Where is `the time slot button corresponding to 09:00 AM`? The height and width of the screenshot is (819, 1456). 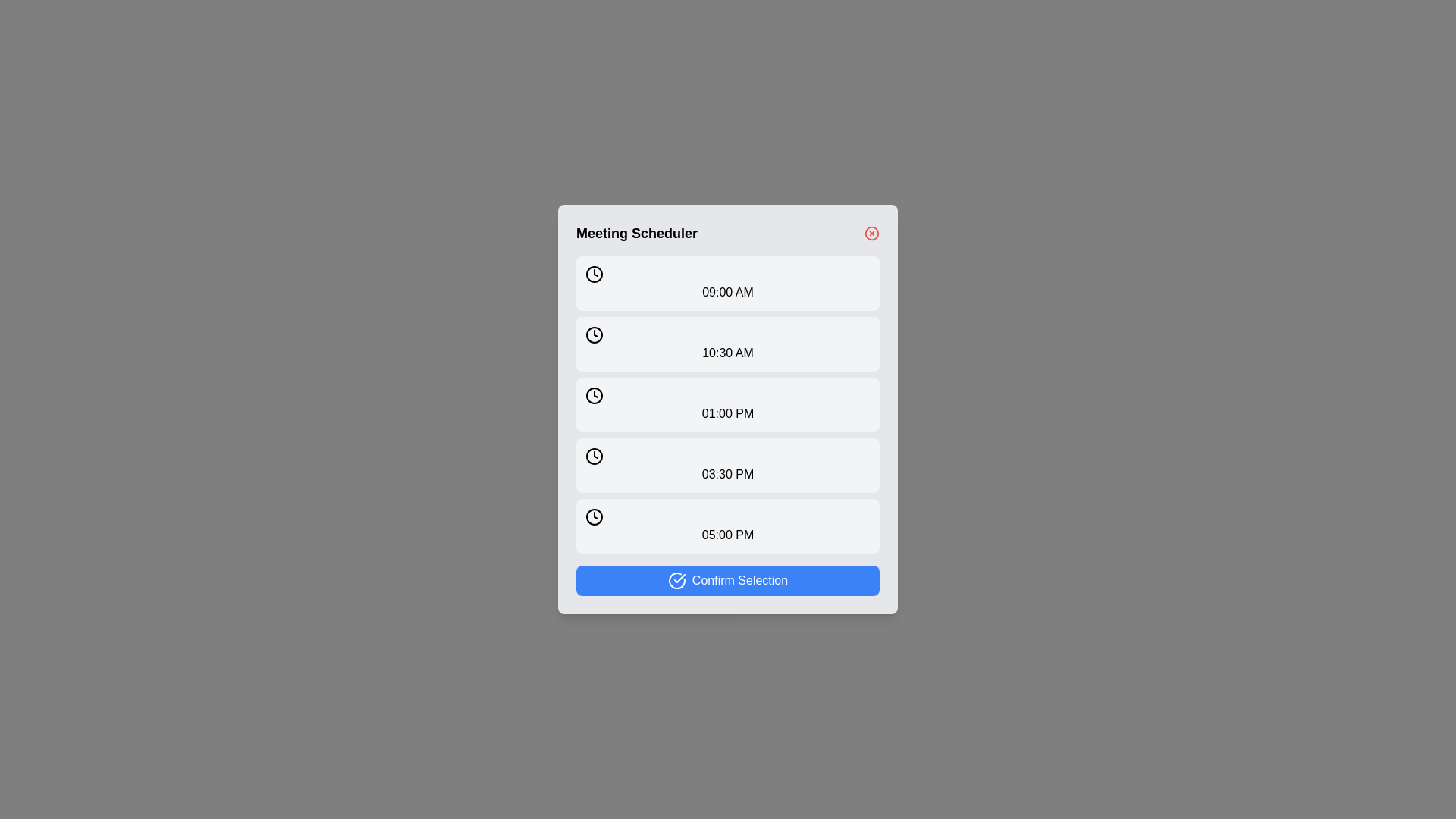
the time slot button corresponding to 09:00 AM is located at coordinates (728, 284).